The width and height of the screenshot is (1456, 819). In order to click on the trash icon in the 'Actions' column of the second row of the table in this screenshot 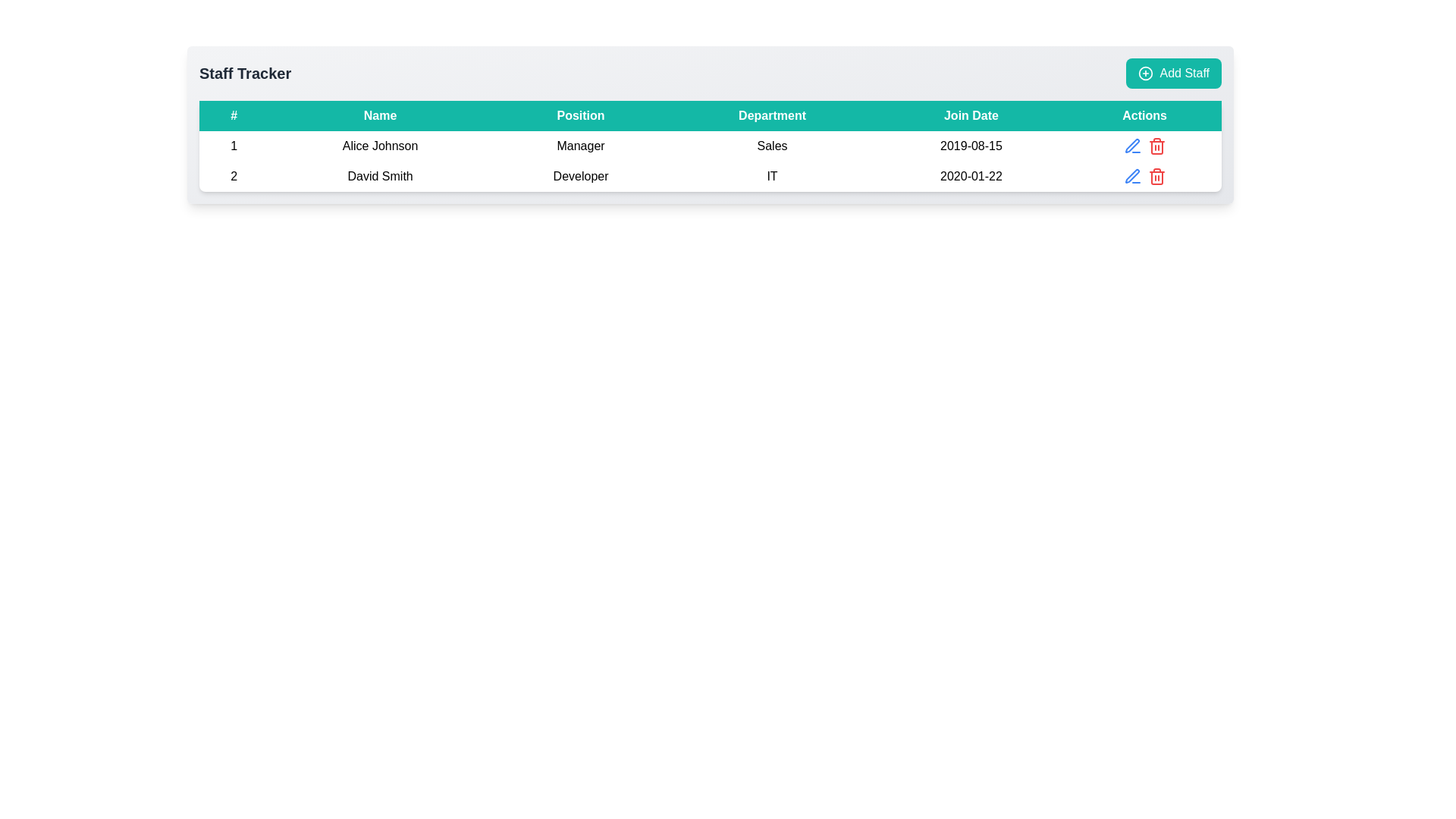, I will do `click(1156, 146)`.